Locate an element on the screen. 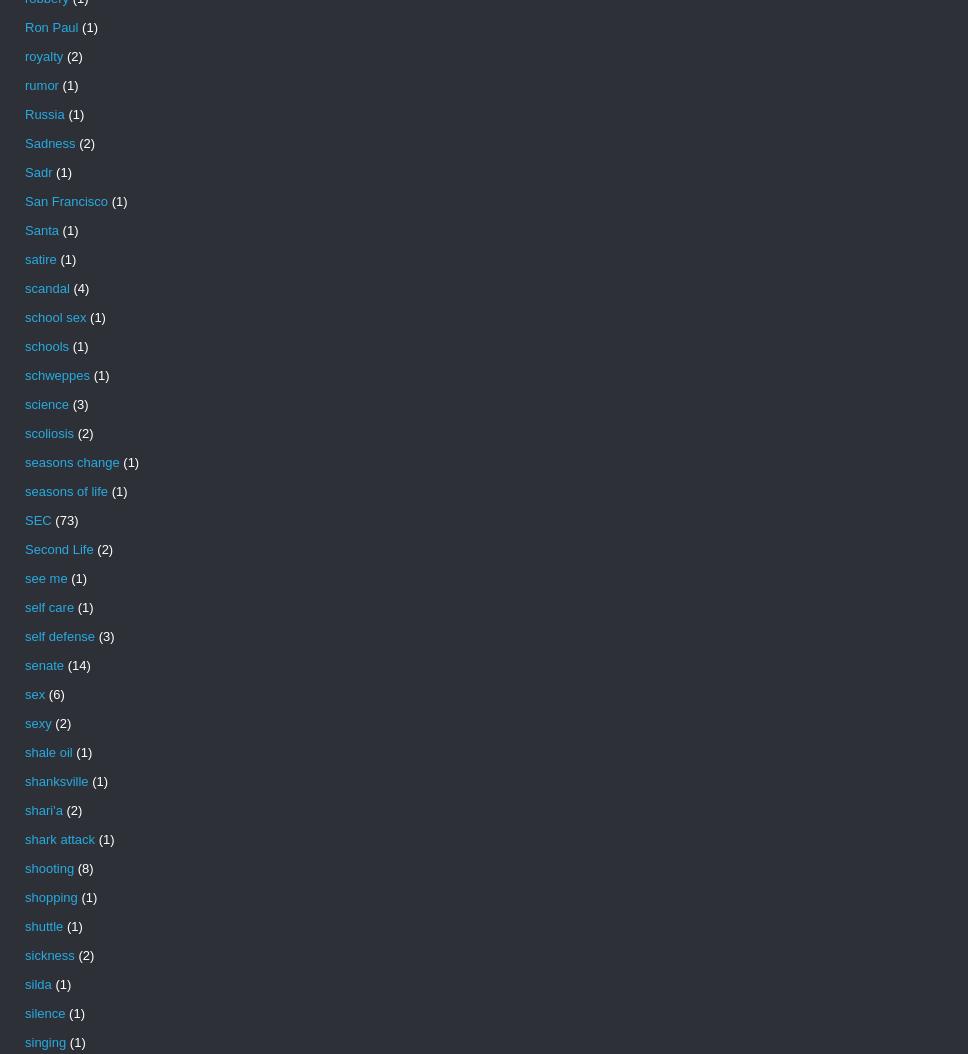  'senate' is located at coordinates (43, 665).